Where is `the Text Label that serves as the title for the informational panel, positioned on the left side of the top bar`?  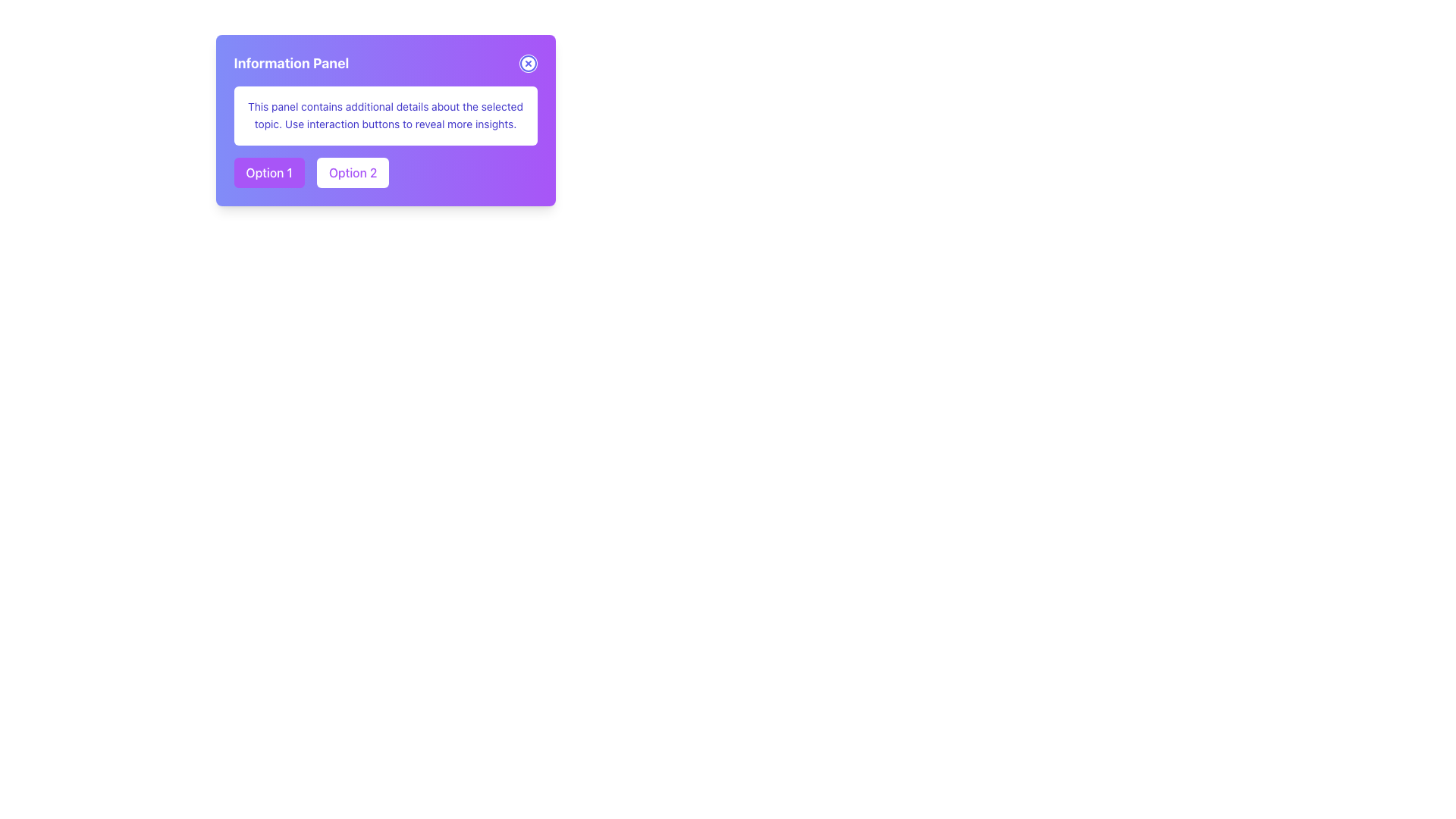
the Text Label that serves as the title for the informational panel, positioned on the left side of the top bar is located at coordinates (291, 63).